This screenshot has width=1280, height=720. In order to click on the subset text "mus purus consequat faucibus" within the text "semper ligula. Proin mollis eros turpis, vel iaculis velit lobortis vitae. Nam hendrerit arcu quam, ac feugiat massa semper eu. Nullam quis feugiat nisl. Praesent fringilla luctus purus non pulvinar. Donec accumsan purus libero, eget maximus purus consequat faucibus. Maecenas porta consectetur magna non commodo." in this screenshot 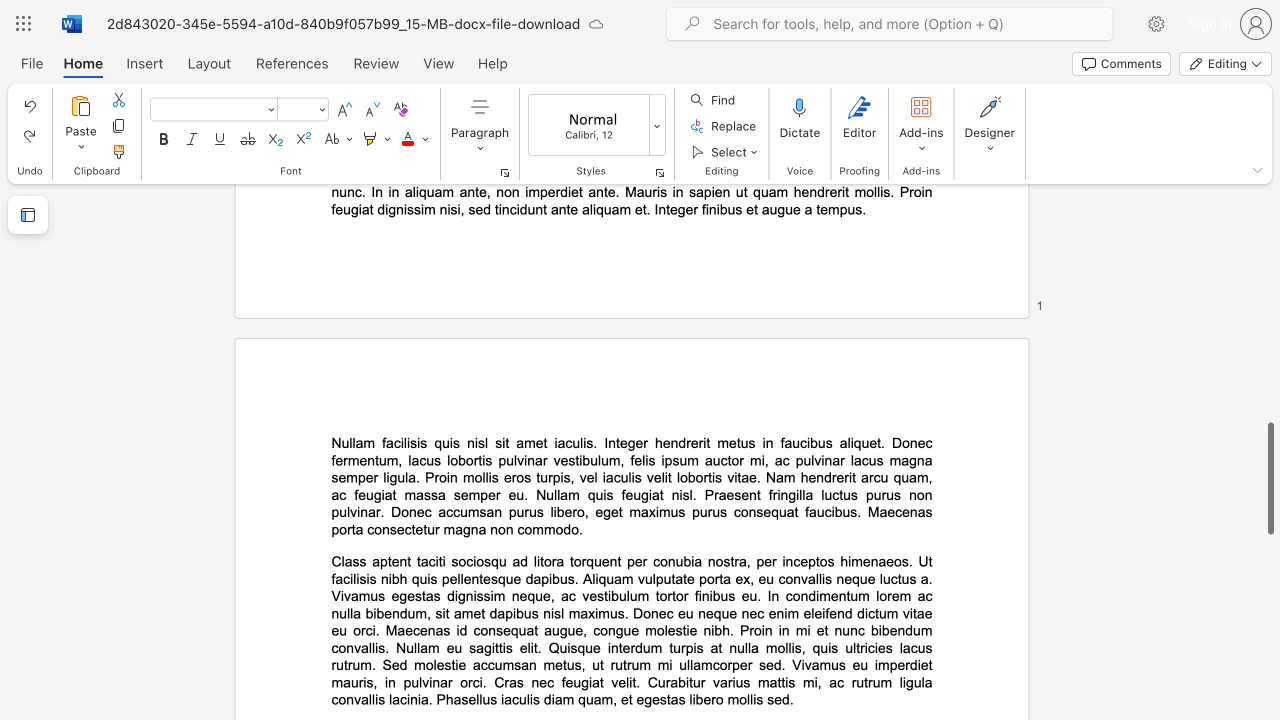, I will do `click(658, 511)`.